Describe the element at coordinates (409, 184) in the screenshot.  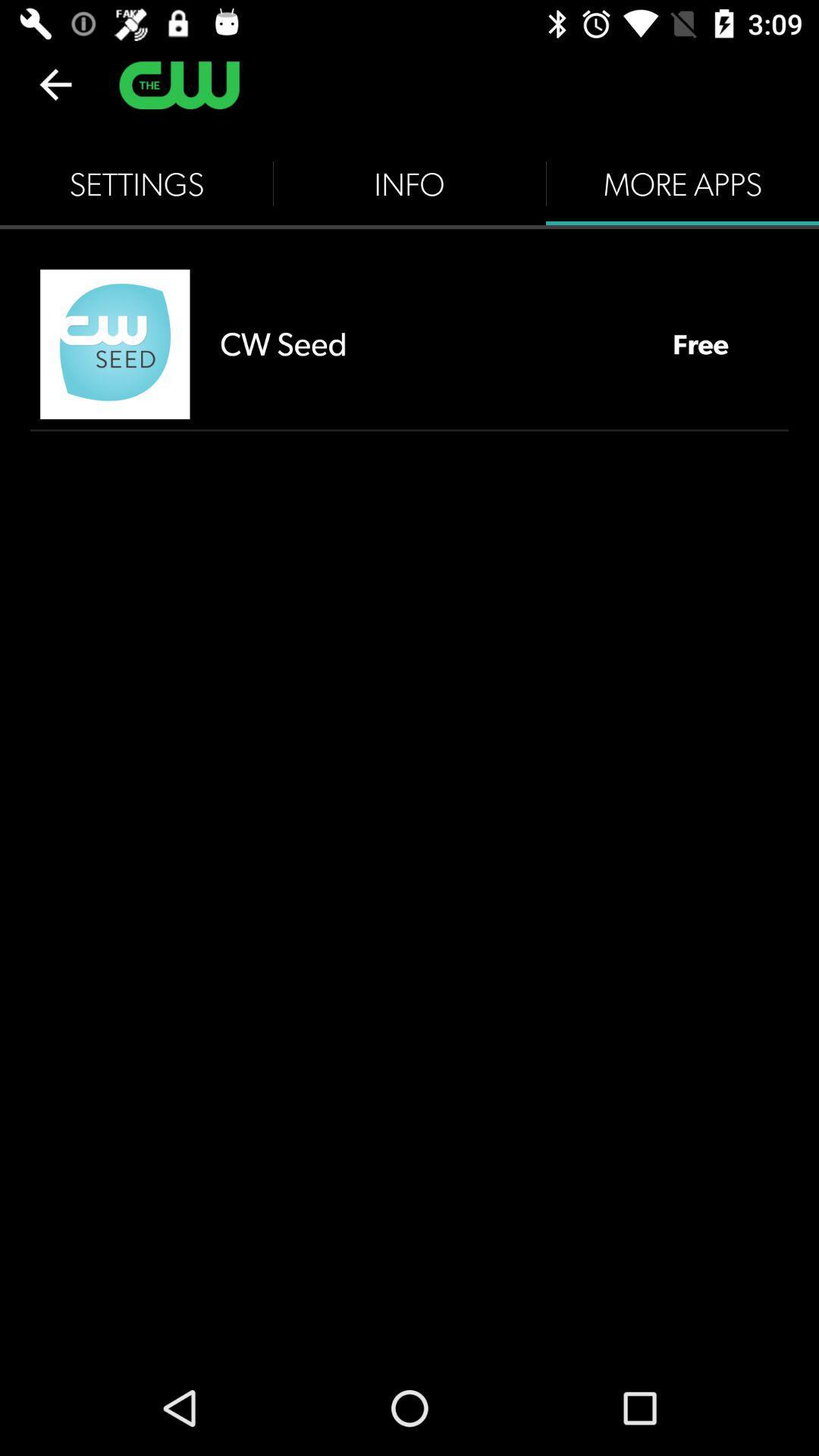
I see `item next to the settings` at that location.